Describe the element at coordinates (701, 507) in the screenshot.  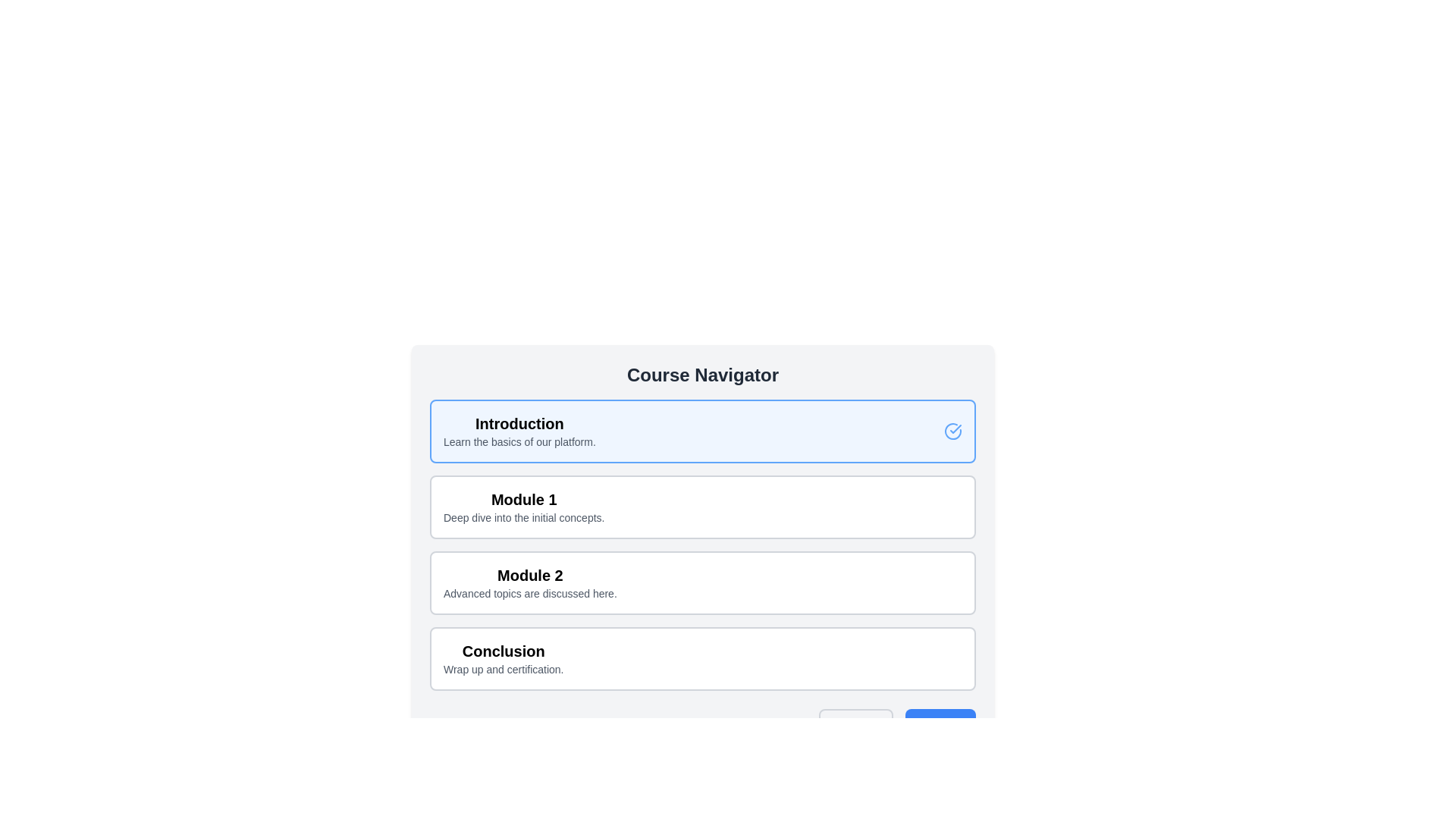
I see `the module Module 1 to view its details` at that location.